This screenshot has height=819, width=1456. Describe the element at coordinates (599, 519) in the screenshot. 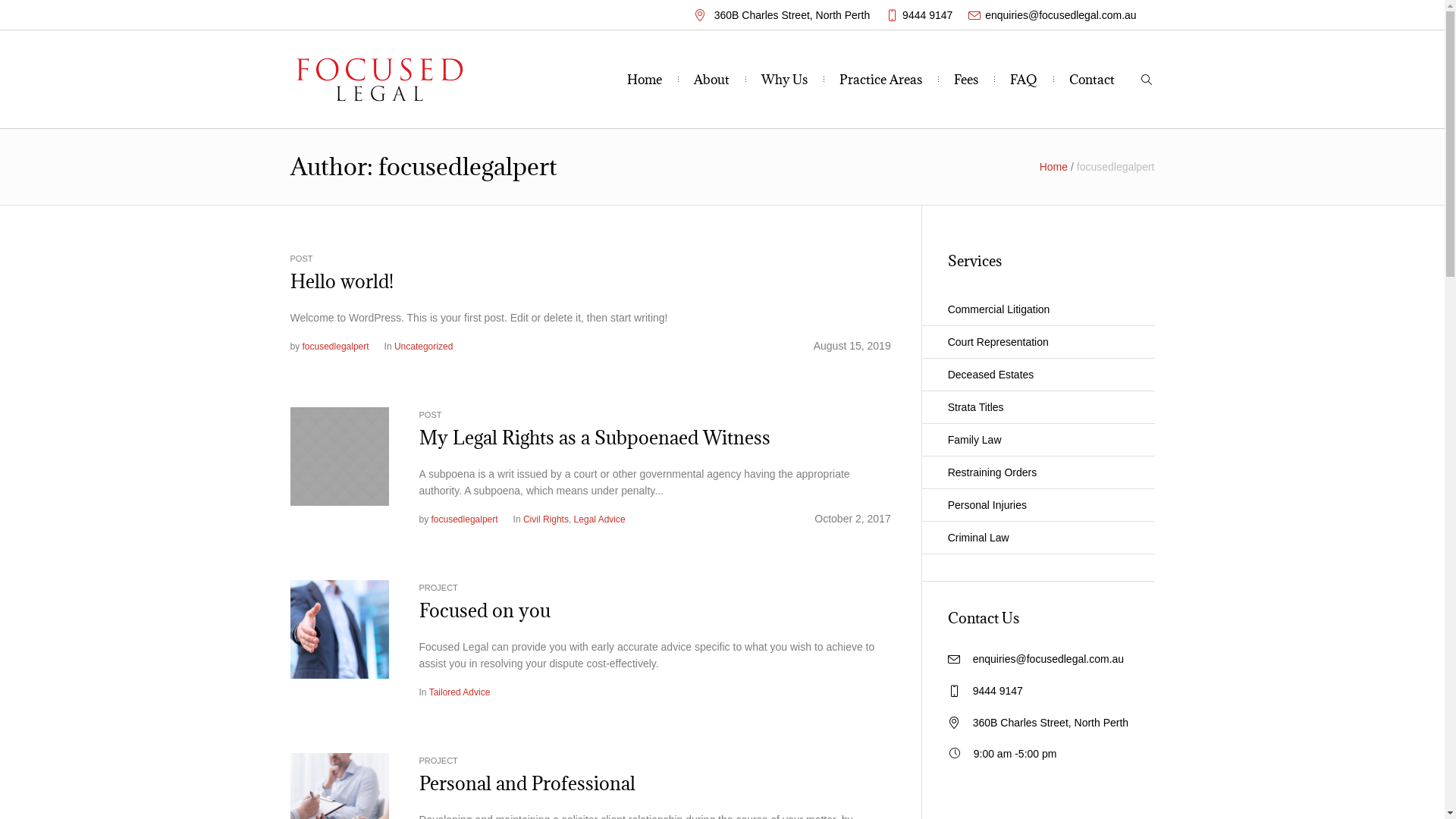

I see `'Legal Advice'` at that location.